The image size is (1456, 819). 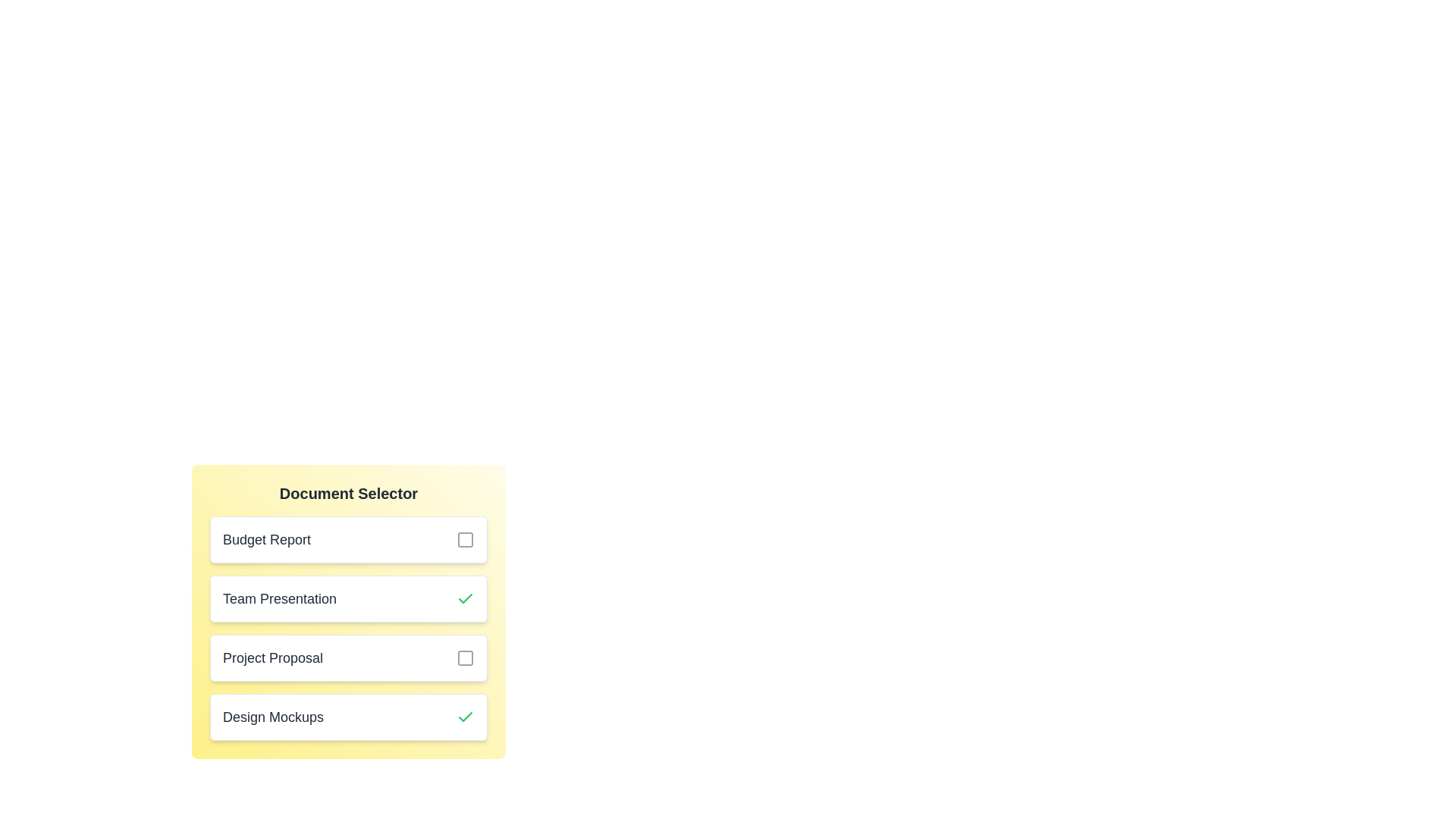 What do you see at coordinates (465, 657) in the screenshot?
I see `the document Project Proposal by clicking its checkbox` at bounding box center [465, 657].